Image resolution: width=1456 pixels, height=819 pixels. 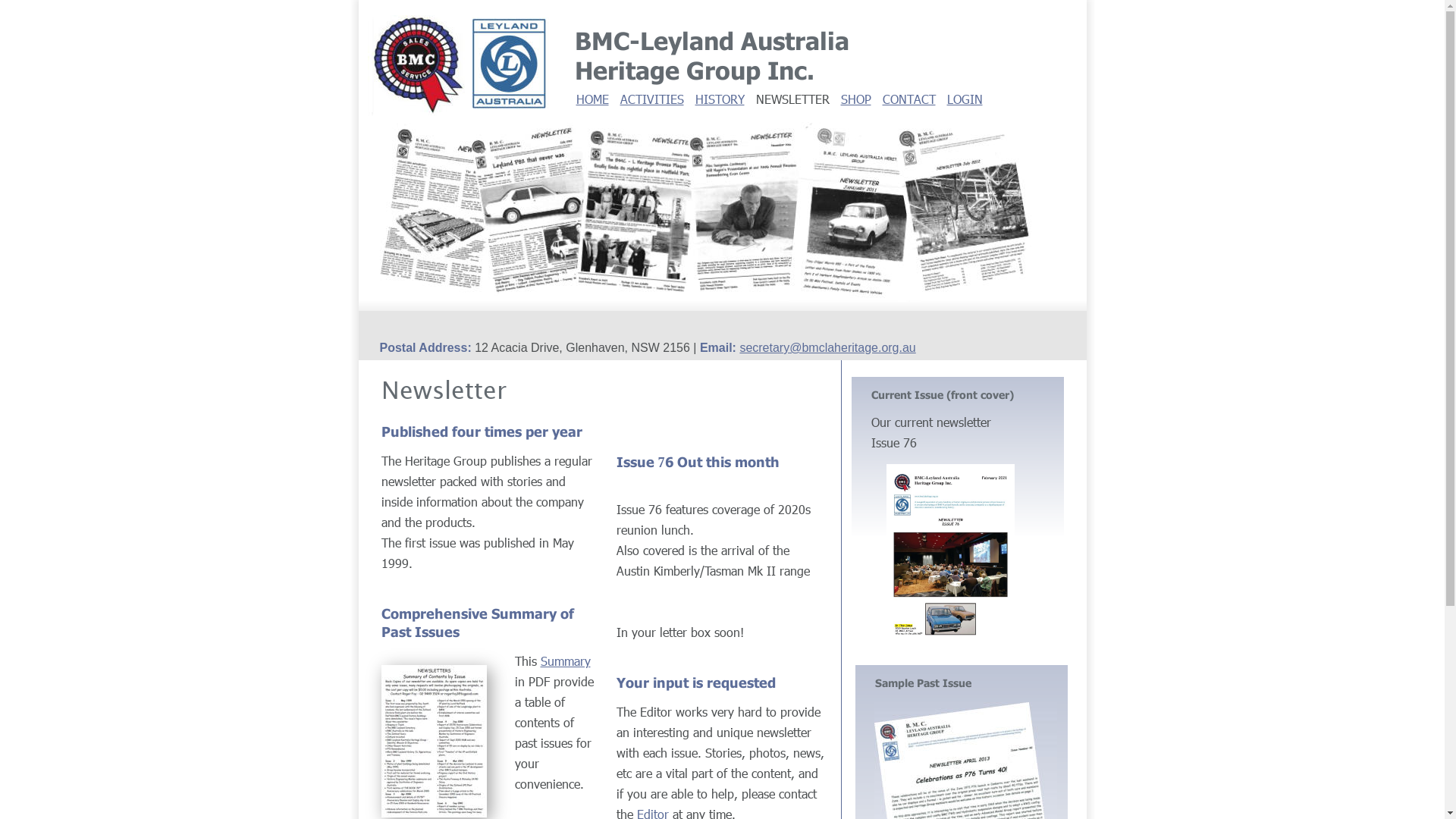 I want to click on 'HOME', so click(x=591, y=99).